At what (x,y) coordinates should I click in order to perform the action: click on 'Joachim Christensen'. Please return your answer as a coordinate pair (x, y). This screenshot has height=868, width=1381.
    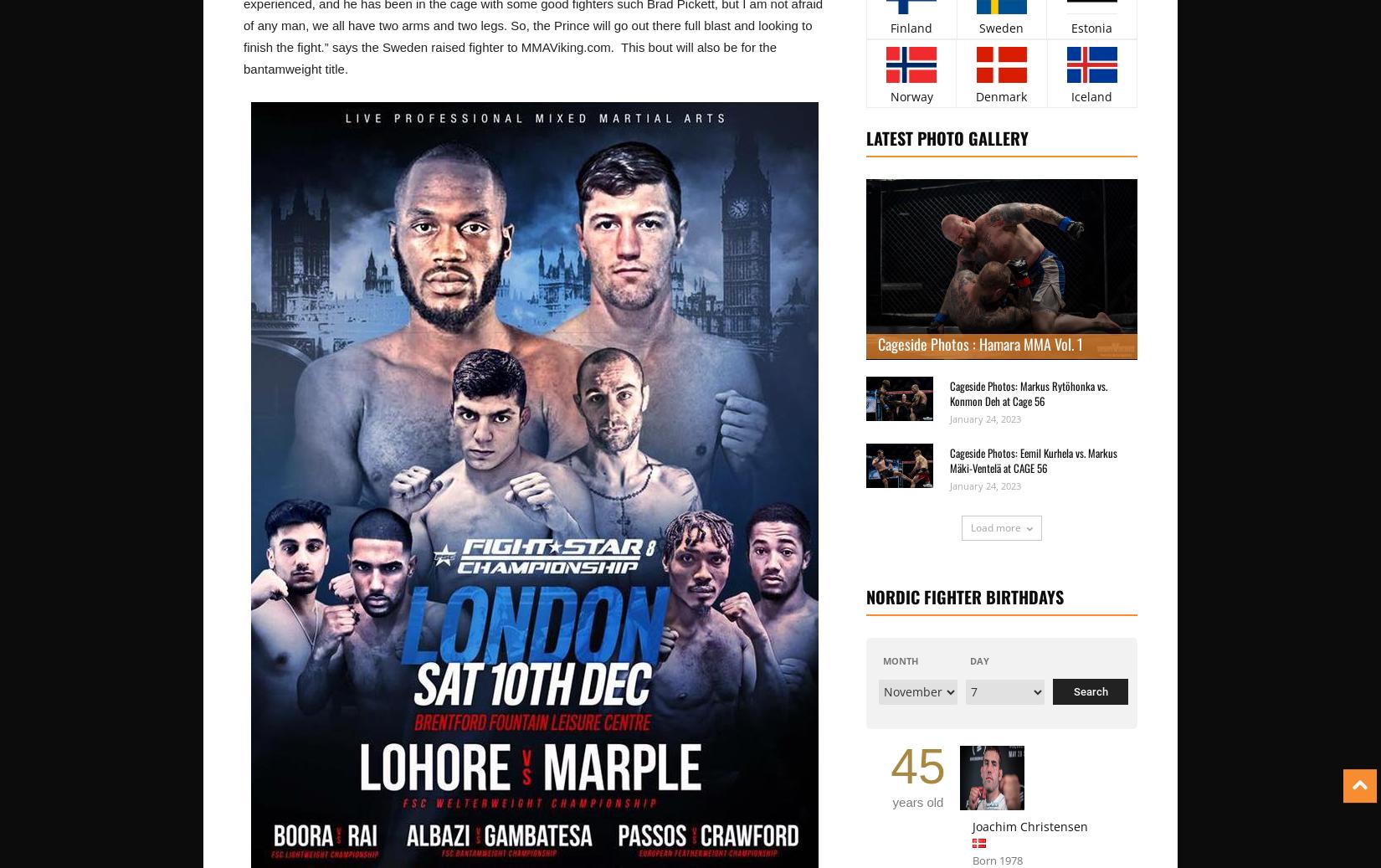
    Looking at the image, I should click on (972, 825).